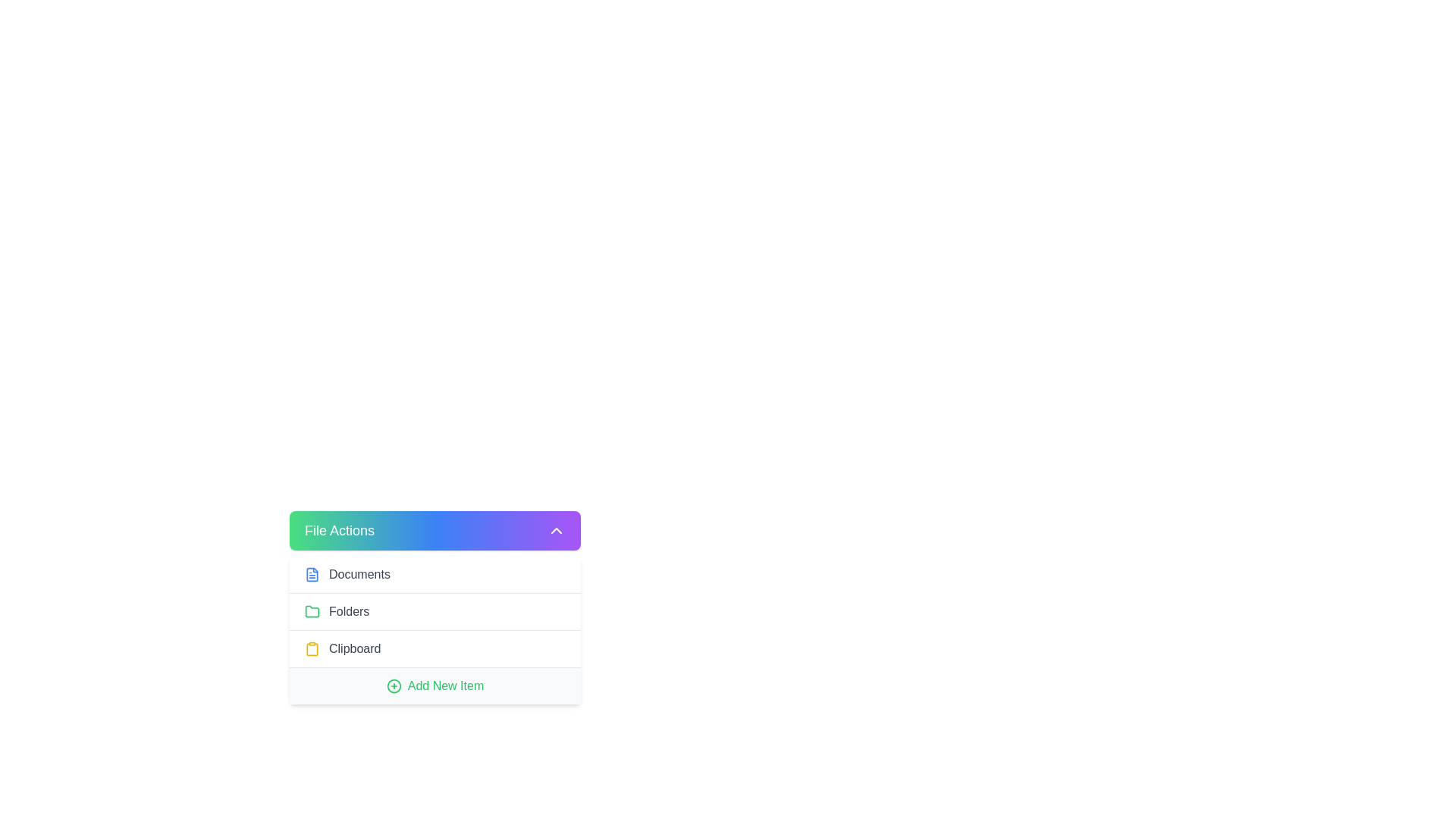 Image resolution: width=1456 pixels, height=819 pixels. Describe the element at coordinates (394, 686) in the screenshot. I see `the circular SVG icon with a plus symbol, which is located to the left of the green 'Add New Item' text` at that location.